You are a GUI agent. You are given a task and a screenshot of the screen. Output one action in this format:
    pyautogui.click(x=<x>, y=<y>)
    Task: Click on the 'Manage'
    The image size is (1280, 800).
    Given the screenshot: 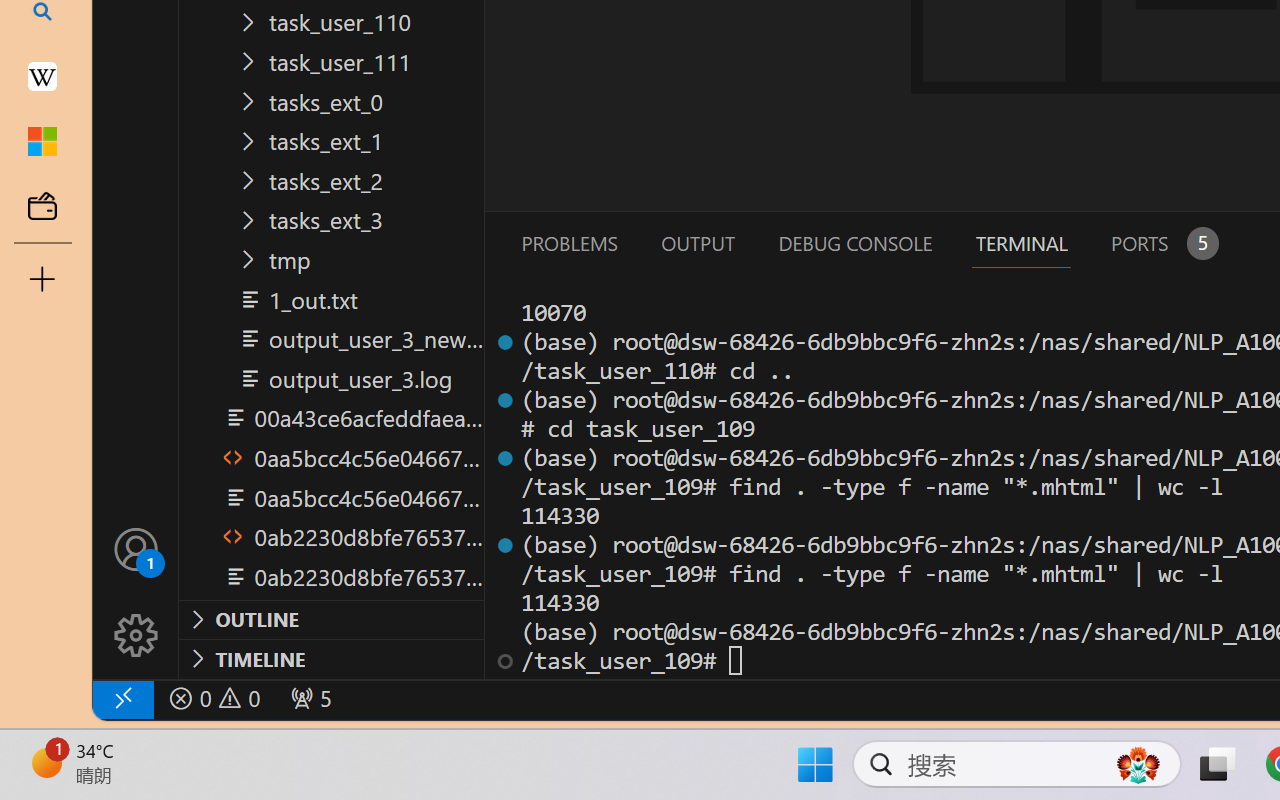 What is the action you would take?
    pyautogui.click(x=134, y=634)
    